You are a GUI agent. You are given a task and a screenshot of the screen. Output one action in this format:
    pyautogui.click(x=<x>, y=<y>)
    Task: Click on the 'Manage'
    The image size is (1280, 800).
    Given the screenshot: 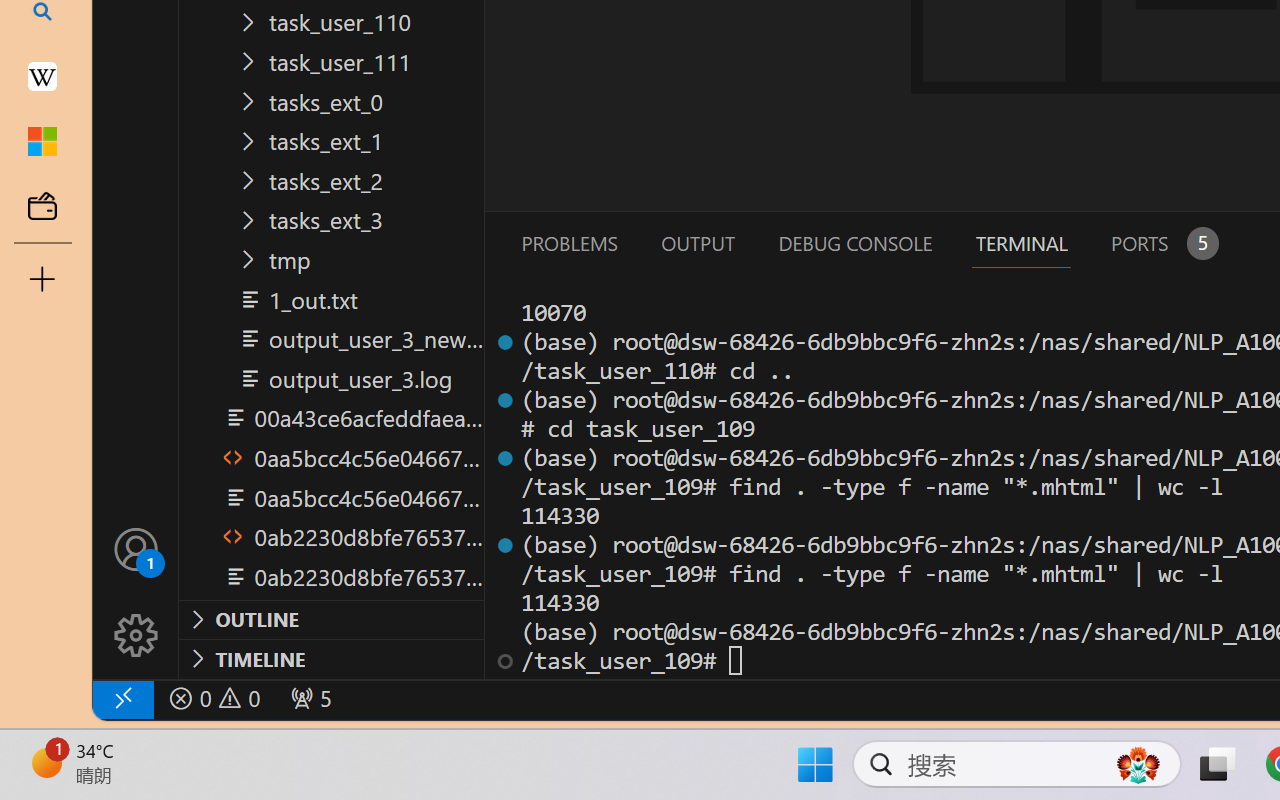 What is the action you would take?
    pyautogui.click(x=134, y=634)
    